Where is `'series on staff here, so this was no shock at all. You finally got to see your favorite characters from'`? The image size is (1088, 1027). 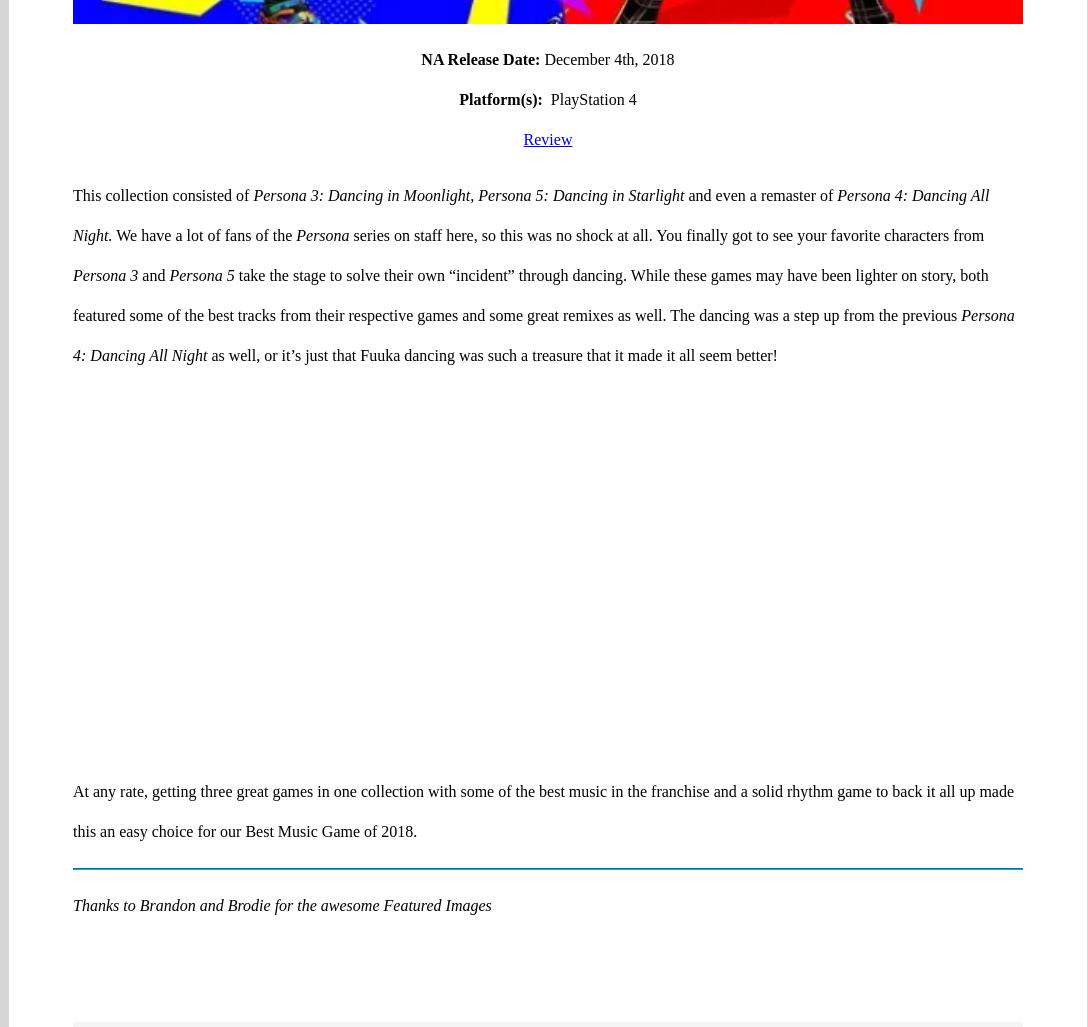
'series on staff here, so this was no shock at all. You finally got to see your favorite characters from' is located at coordinates (666, 157).